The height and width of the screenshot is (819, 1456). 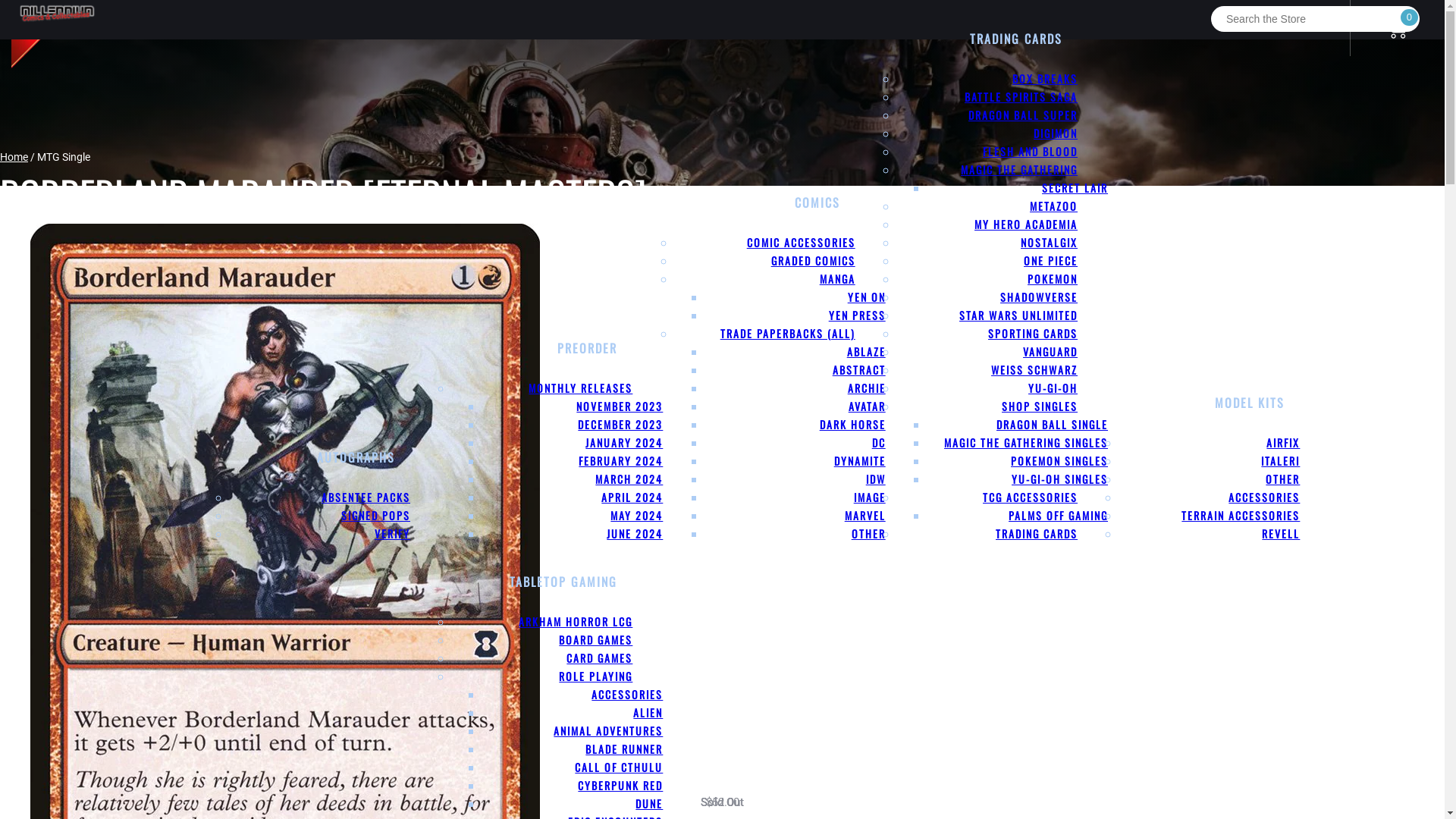 What do you see at coordinates (1026, 442) in the screenshot?
I see `'MAGIC THE GATHERING SINGLES'` at bounding box center [1026, 442].